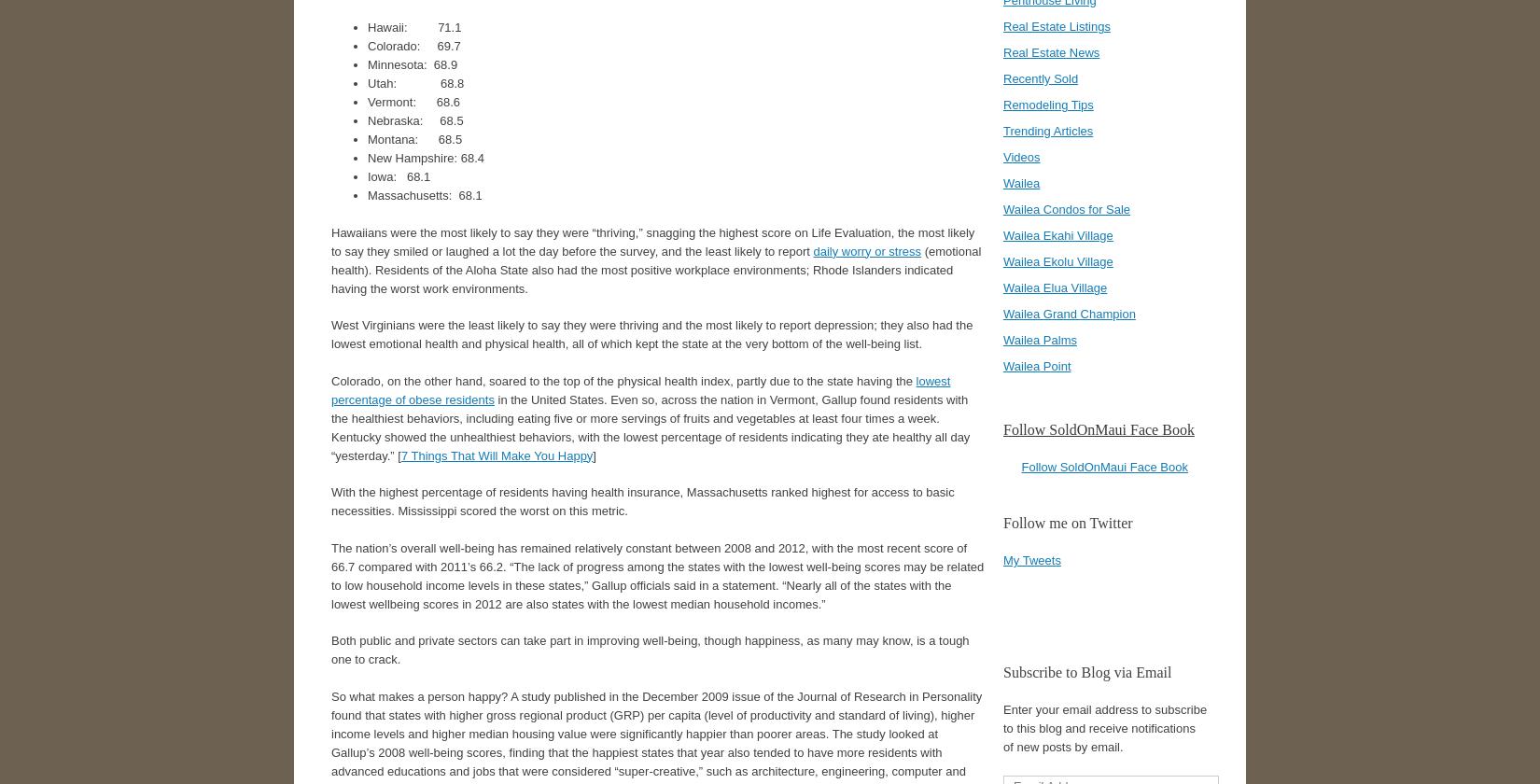 The width and height of the screenshot is (1540, 784). Describe the element at coordinates (331, 426) in the screenshot. I see `'in the United States. Even so, across the nation in Vermont, Gallup found residents with the healthiest behaviors, including eating five or more servings of fruits and vegetables at least four times a week. Kentucky showed the unhealthiest behaviors, with the lowest percentage of residents indicating they ate healthy all day “yesterday.” ['` at that location.